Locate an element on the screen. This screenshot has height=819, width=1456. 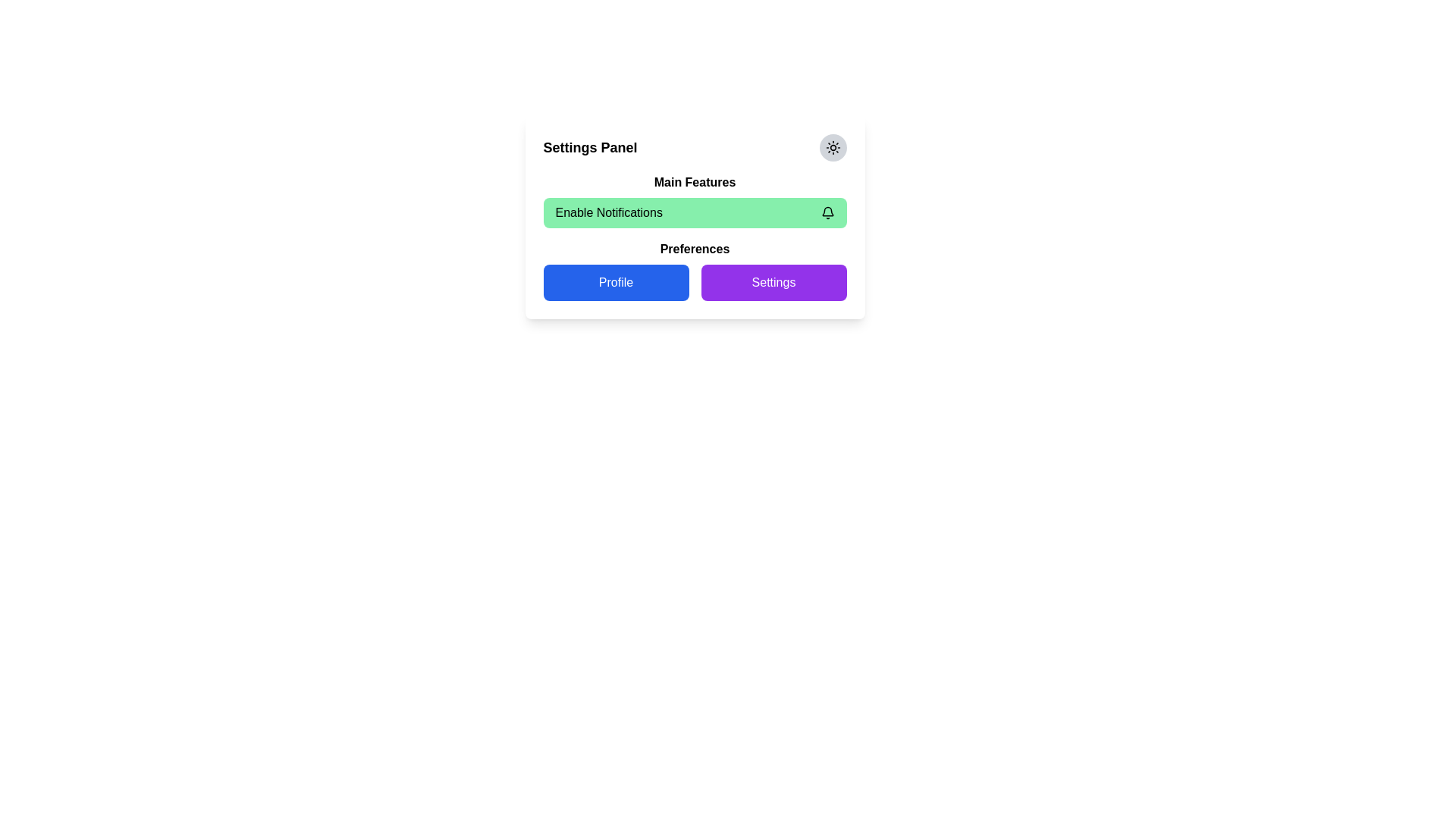
the blue 'Profile' button with white text in the Preferences section of the settings panel is located at coordinates (616, 283).